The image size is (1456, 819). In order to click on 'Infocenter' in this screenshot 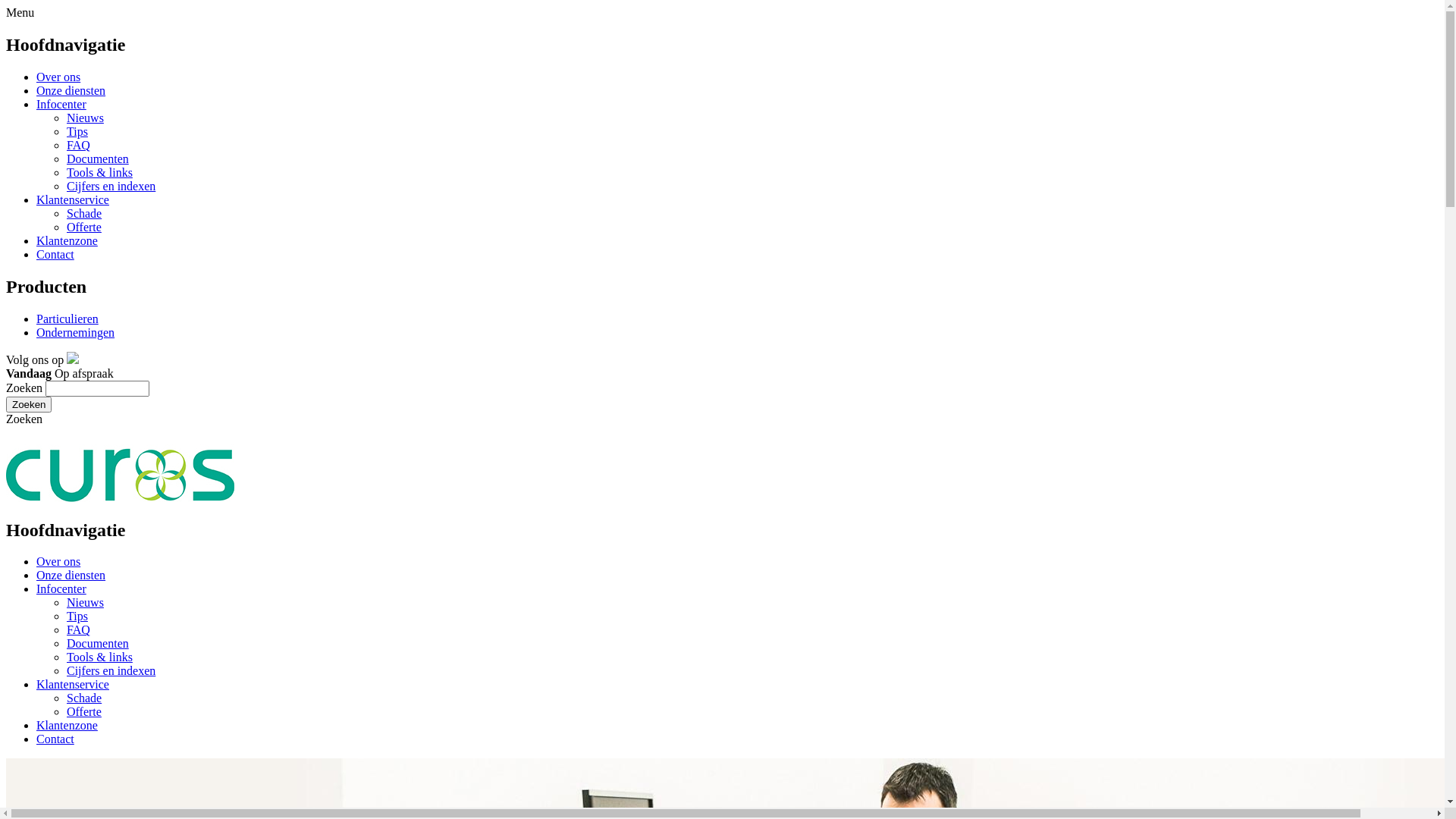, I will do `click(61, 588)`.